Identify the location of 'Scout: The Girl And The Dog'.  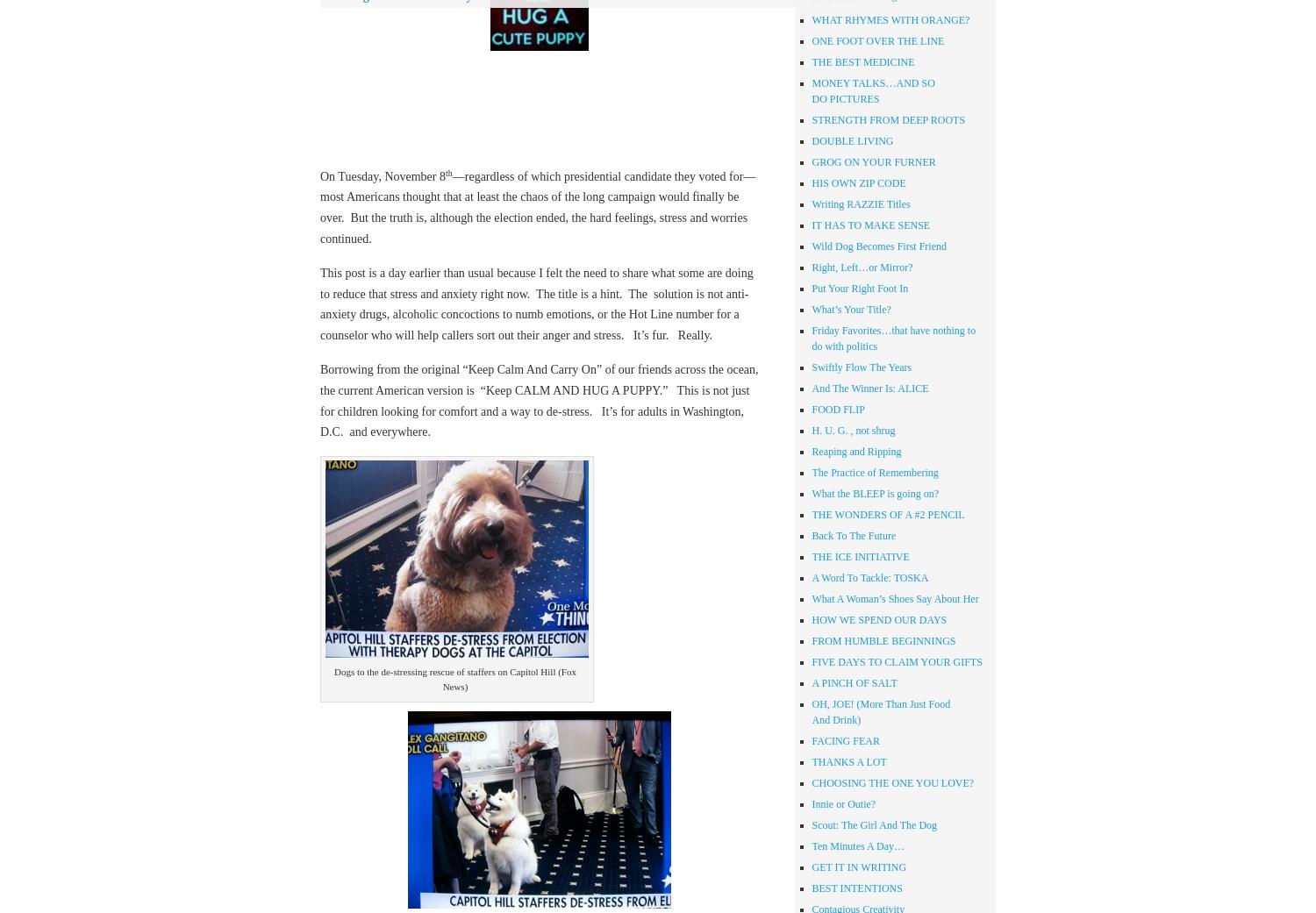
(812, 824).